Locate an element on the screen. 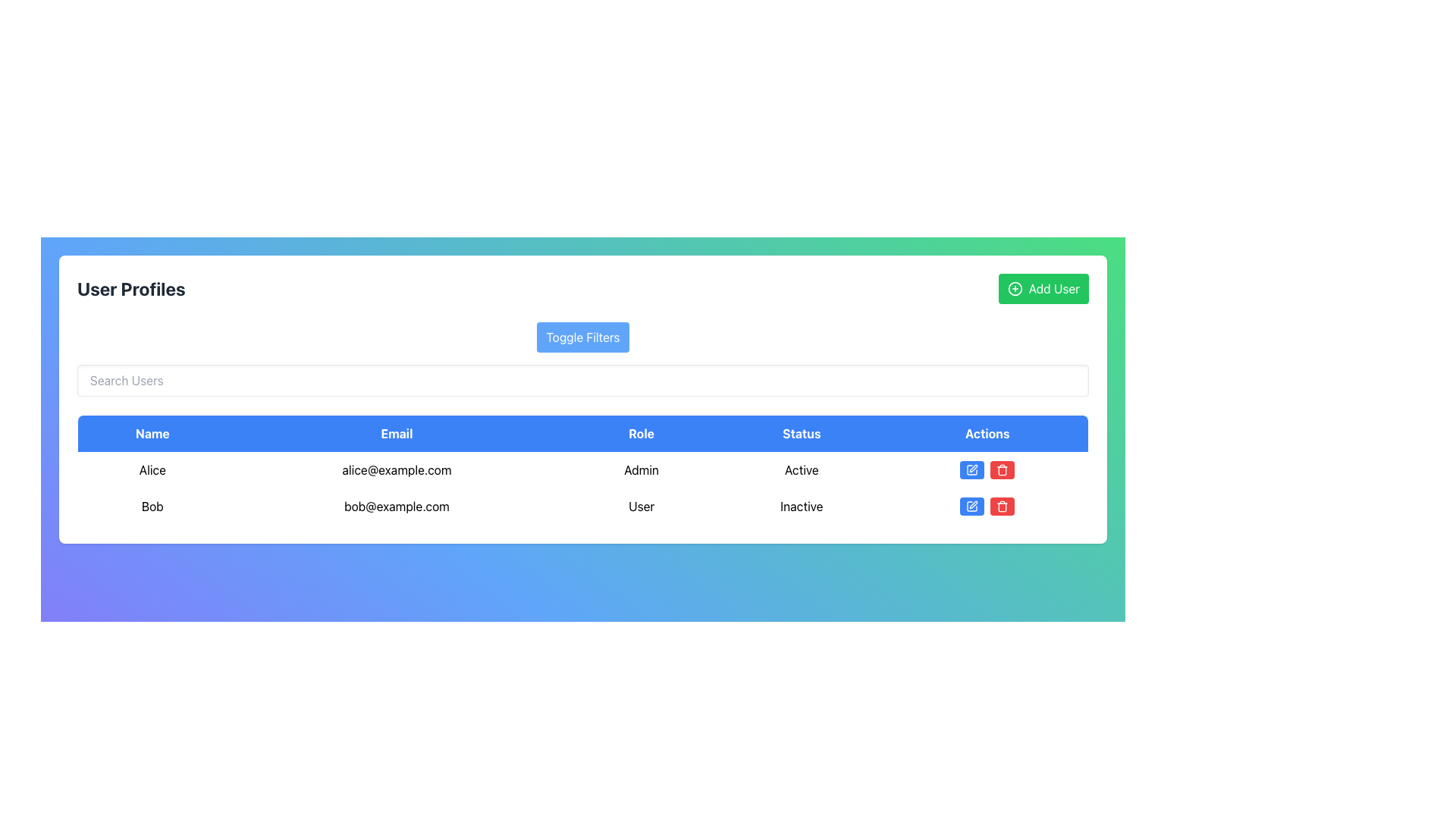 This screenshot has width=1456, height=819. the 'Edit' icon in the 'Actions' column of the second row of the data table to initiate editing functionality is located at coordinates (973, 467).